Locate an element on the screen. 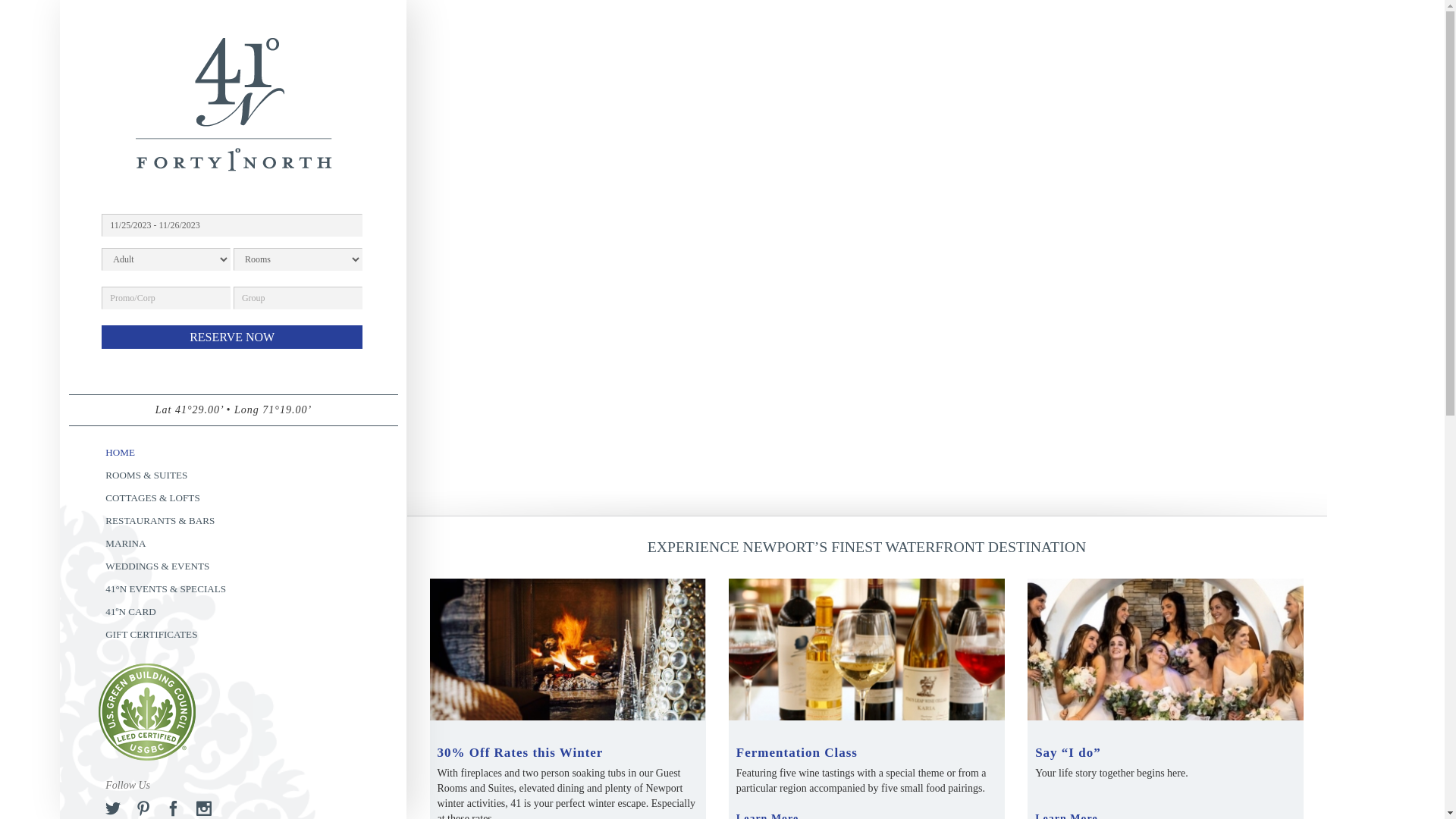 Image resolution: width=1456 pixels, height=819 pixels. 'Twitter' is located at coordinates (105, 807).